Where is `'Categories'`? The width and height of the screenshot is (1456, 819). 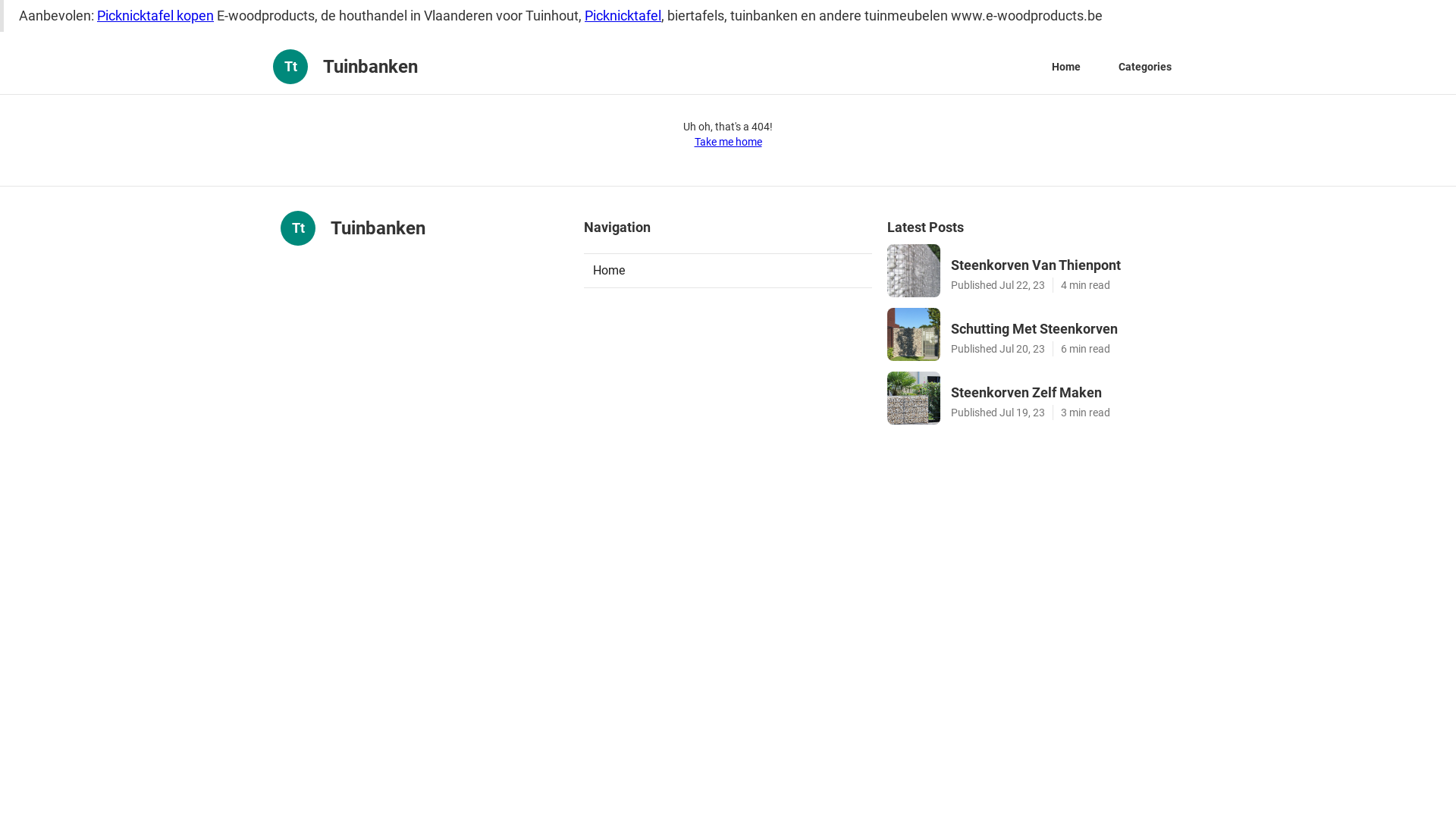
'Categories' is located at coordinates (1145, 66).